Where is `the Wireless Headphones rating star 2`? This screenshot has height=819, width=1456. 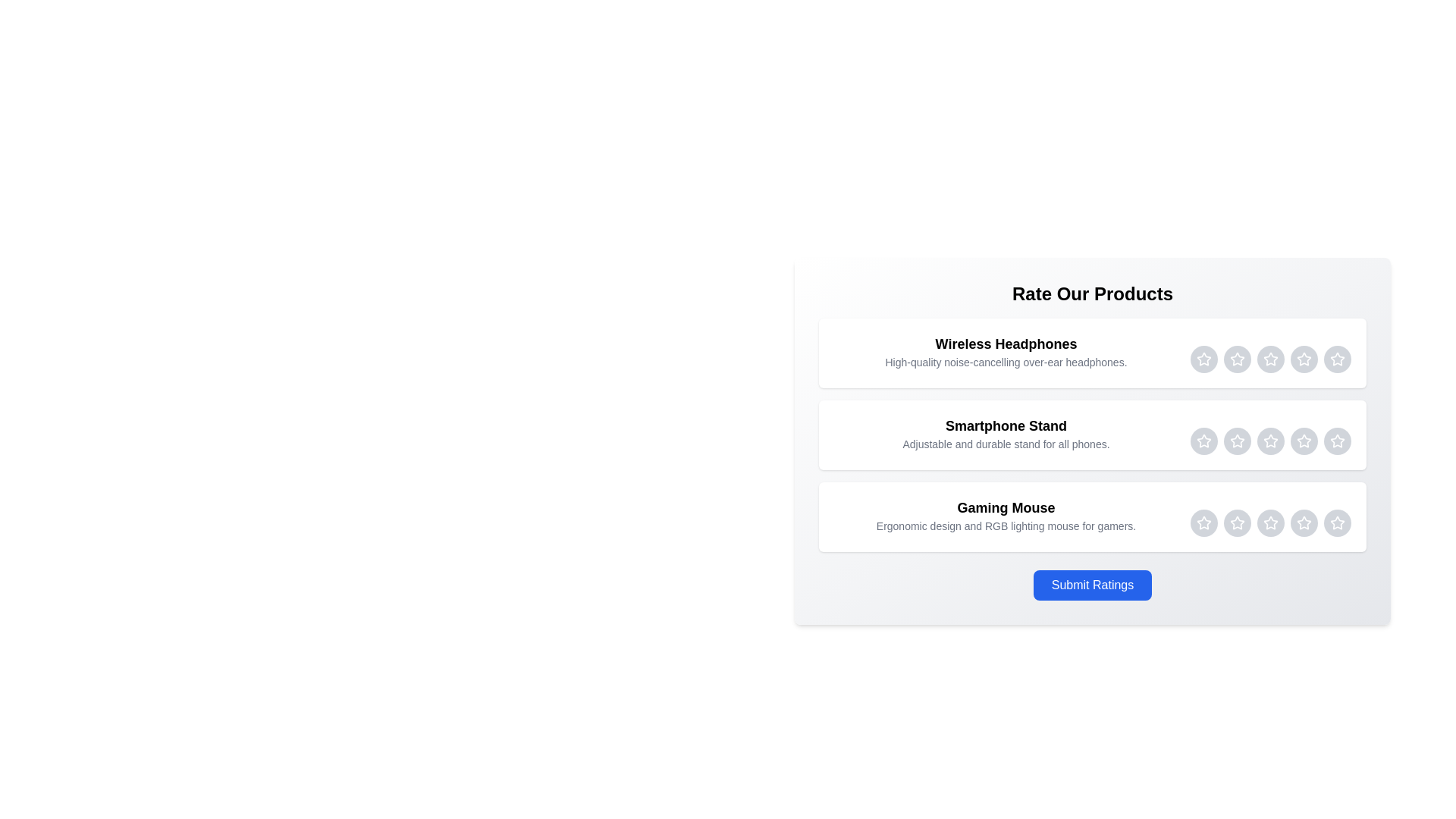
the Wireless Headphones rating star 2 is located at coordinates (1238, 359).